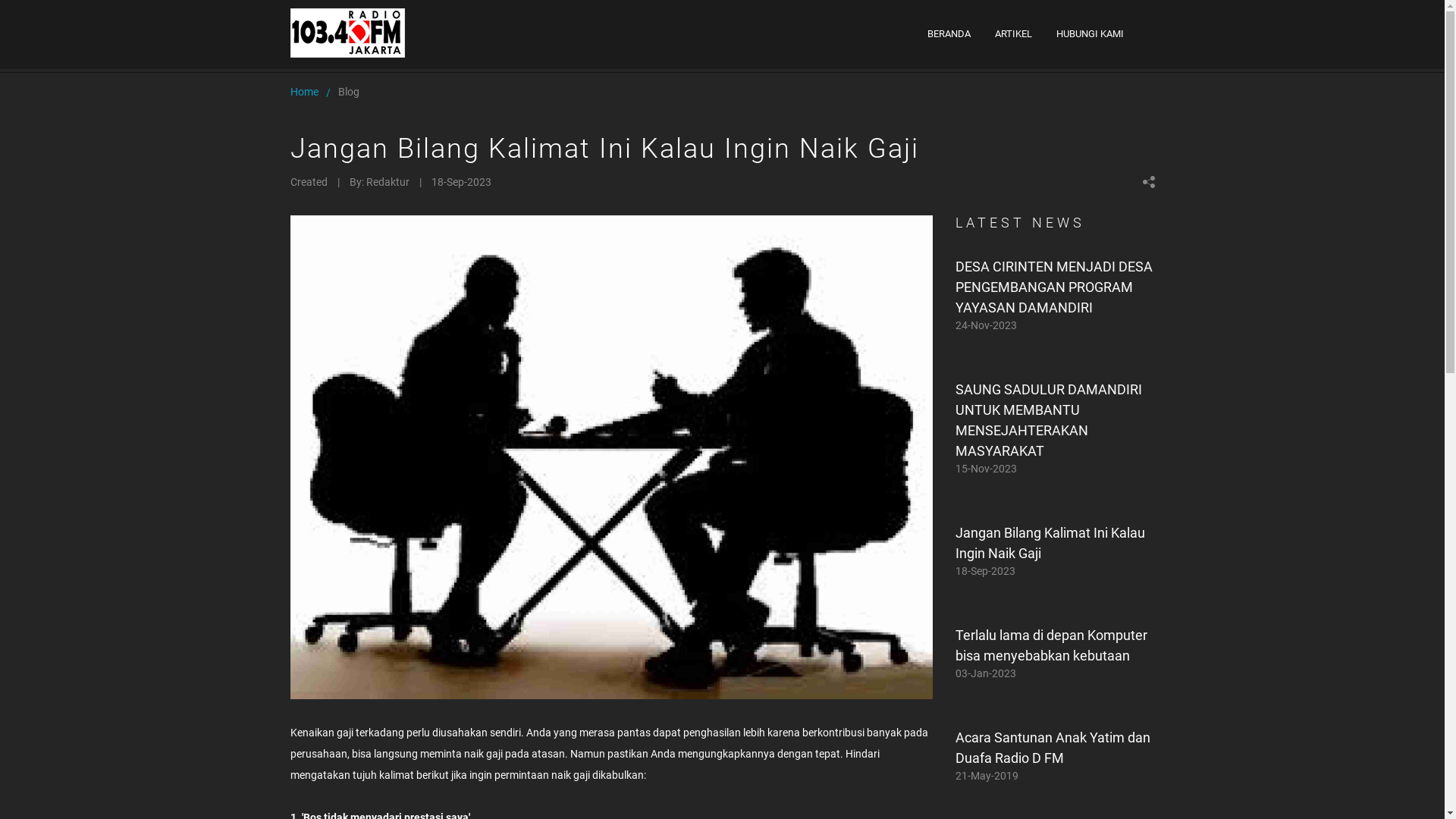  Describe the element at coordinates (1089, 34) in the screenshot. I see `'HUBUNGI KAMI'` at that location.